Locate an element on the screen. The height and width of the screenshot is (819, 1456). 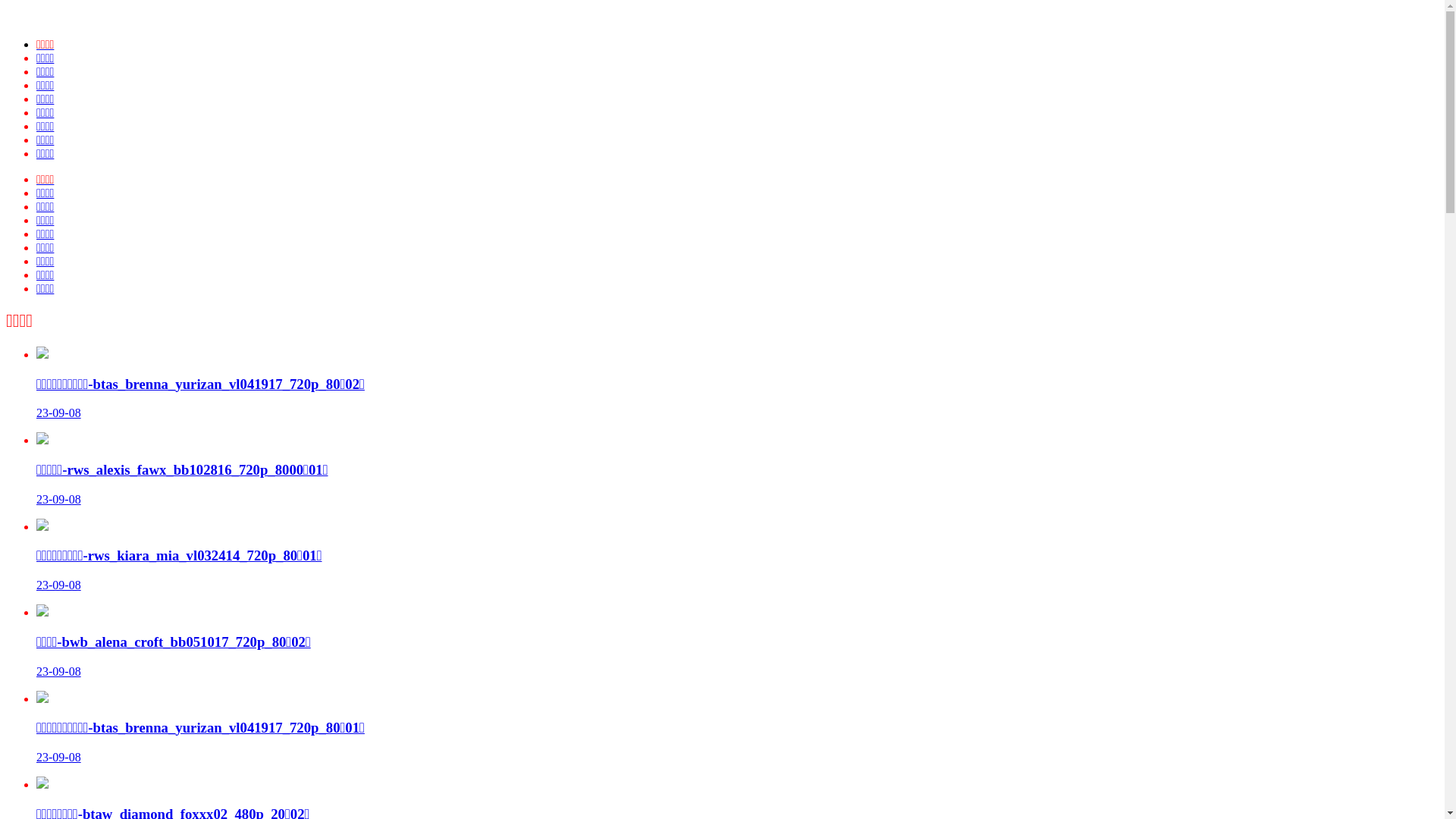
'23-09-08' is located at coordinates (58, 499).